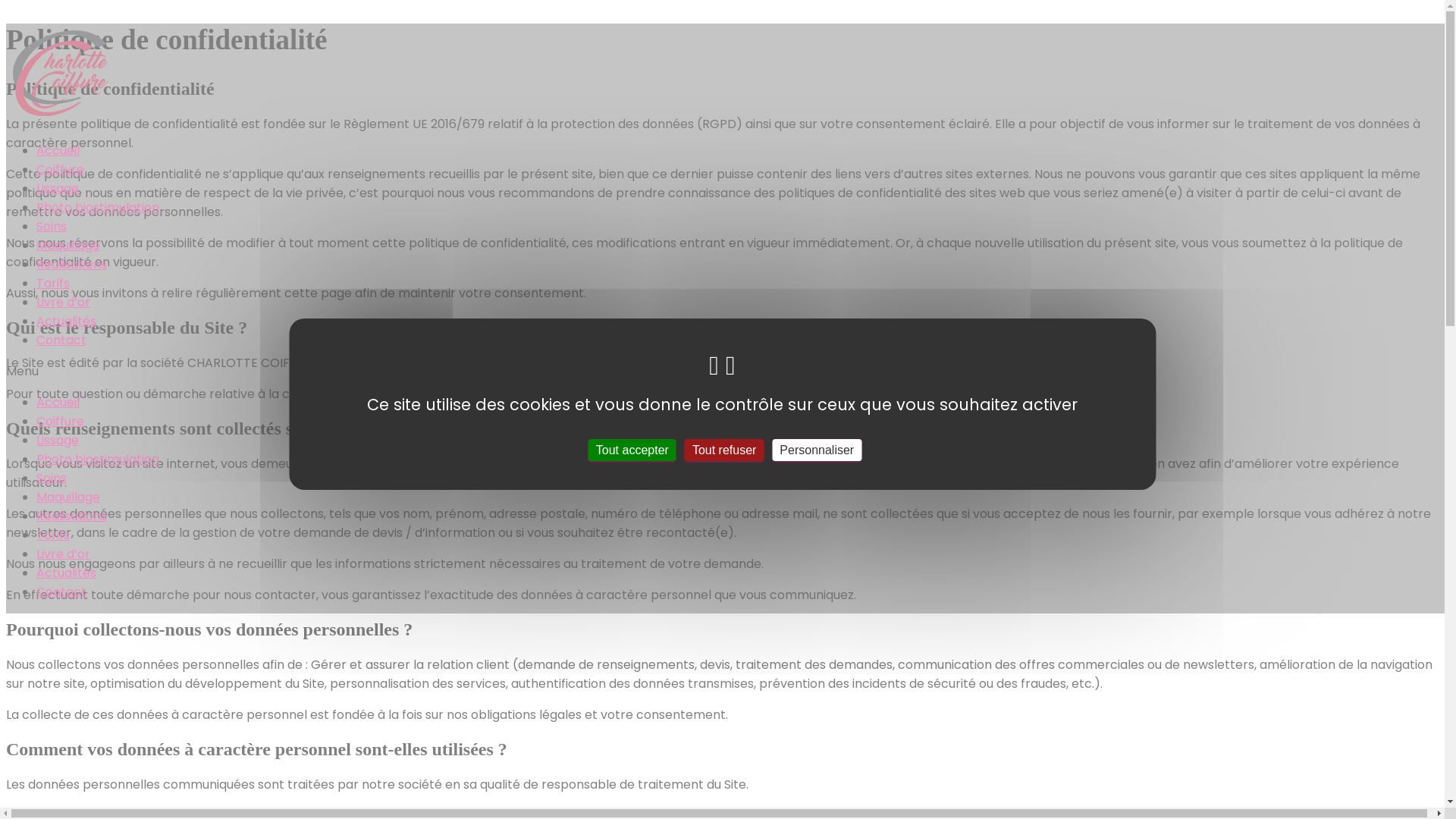  What do you see at coordinates (58, 187) in the screenshot?
I see `'Lissage'` at bounding box center [58, 187].